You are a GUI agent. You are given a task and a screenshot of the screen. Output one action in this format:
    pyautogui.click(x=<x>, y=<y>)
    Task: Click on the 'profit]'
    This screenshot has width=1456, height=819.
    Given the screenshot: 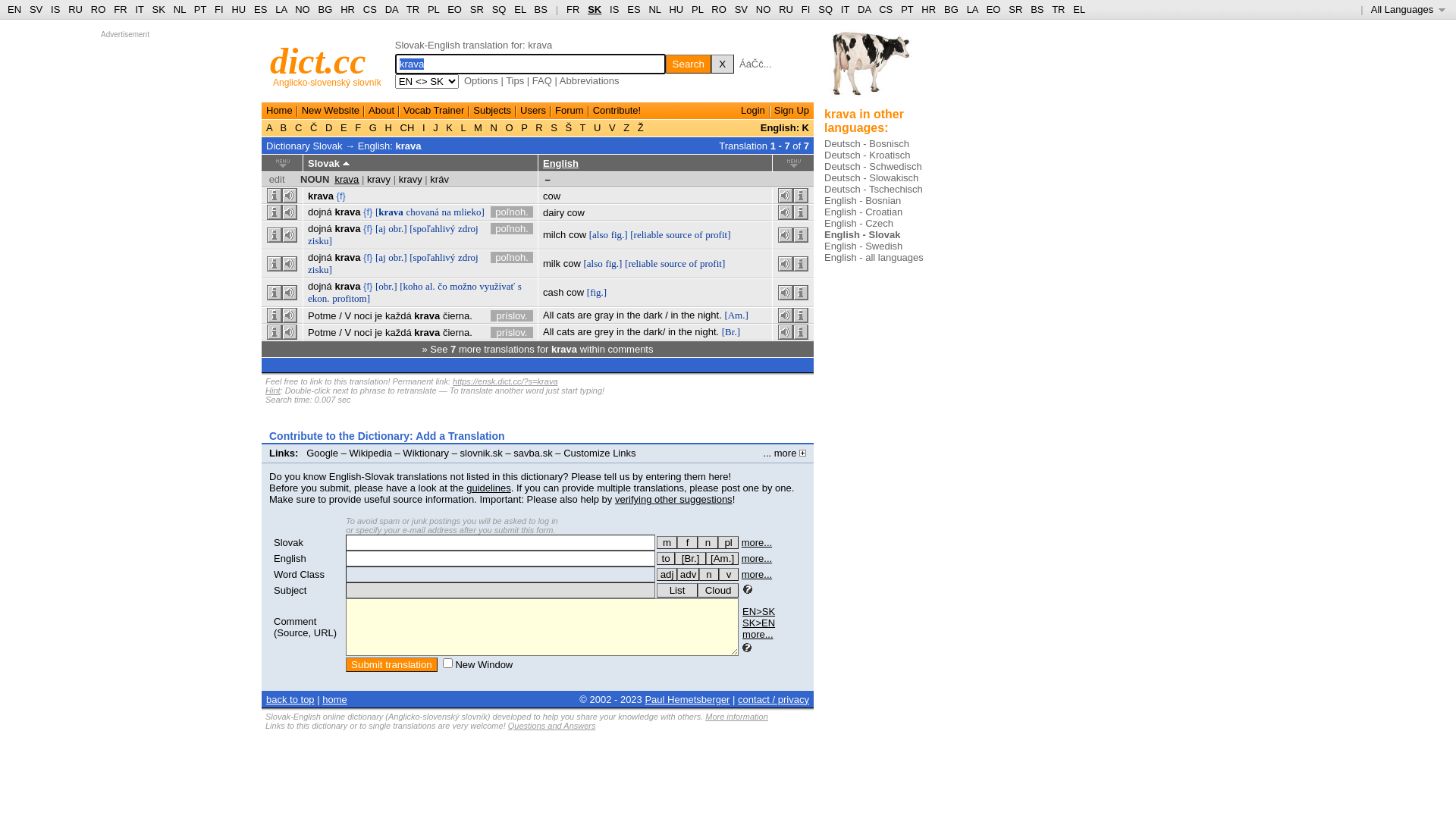 What is the action you would take?
    pyautogui.click(x=711, y=262)
    